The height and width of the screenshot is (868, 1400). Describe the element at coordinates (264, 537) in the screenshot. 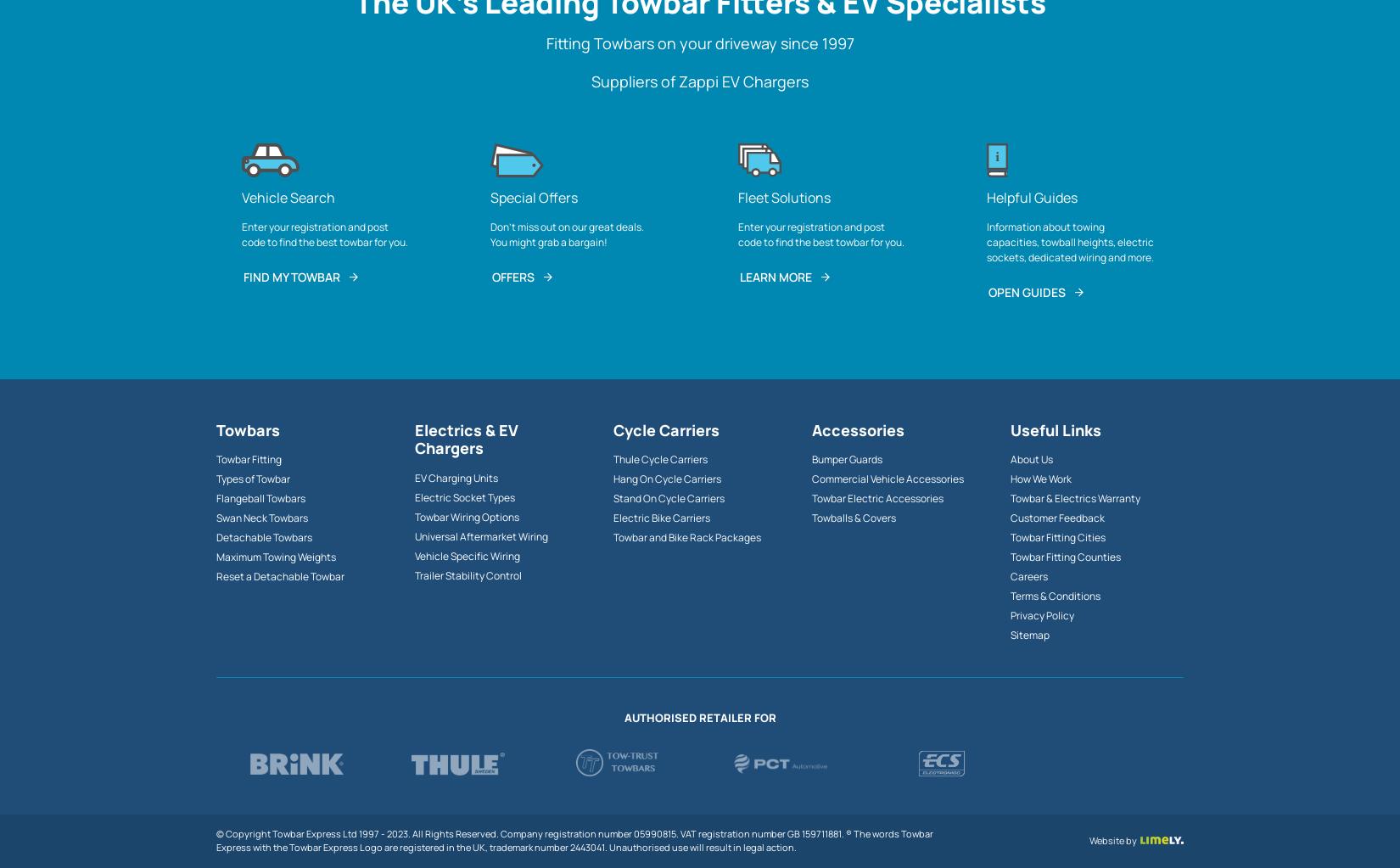

I see `'Detachable Towbars'` at that location.